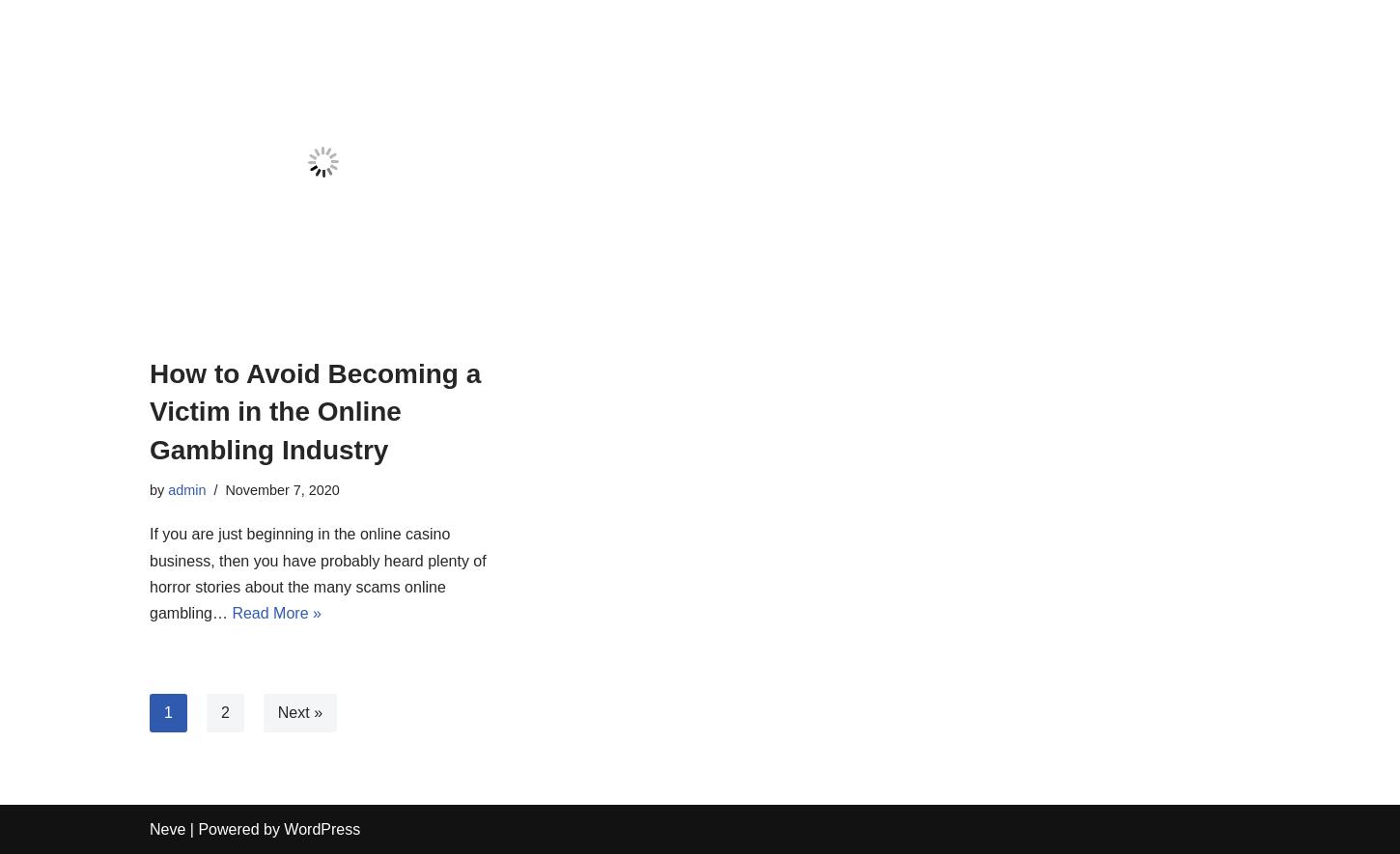 This screenshot has height=854, width=1400. I want to click on 'November 7, 2020', so click(224, 489).